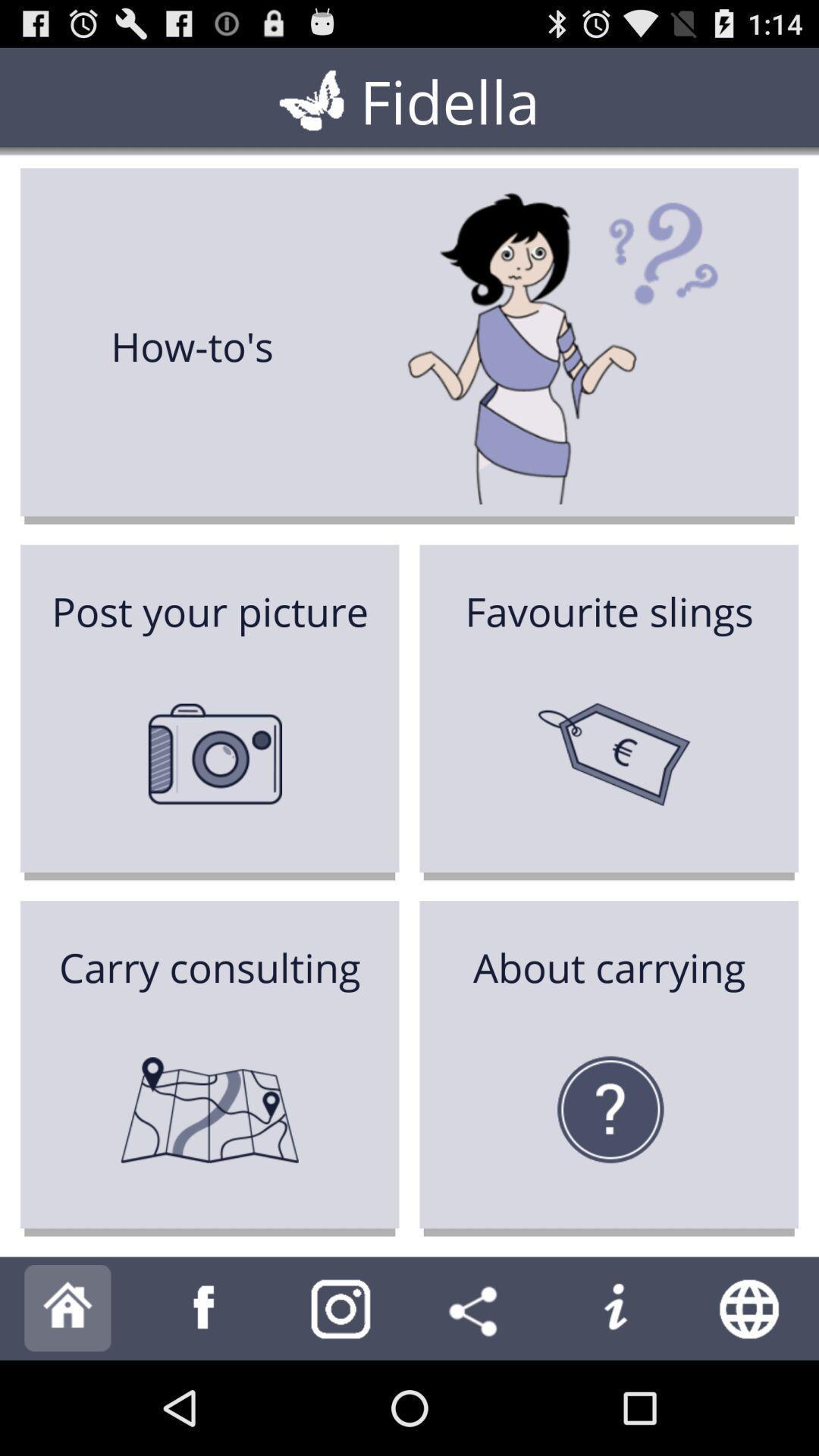  I want to click on instagram, so click(341, 1307).